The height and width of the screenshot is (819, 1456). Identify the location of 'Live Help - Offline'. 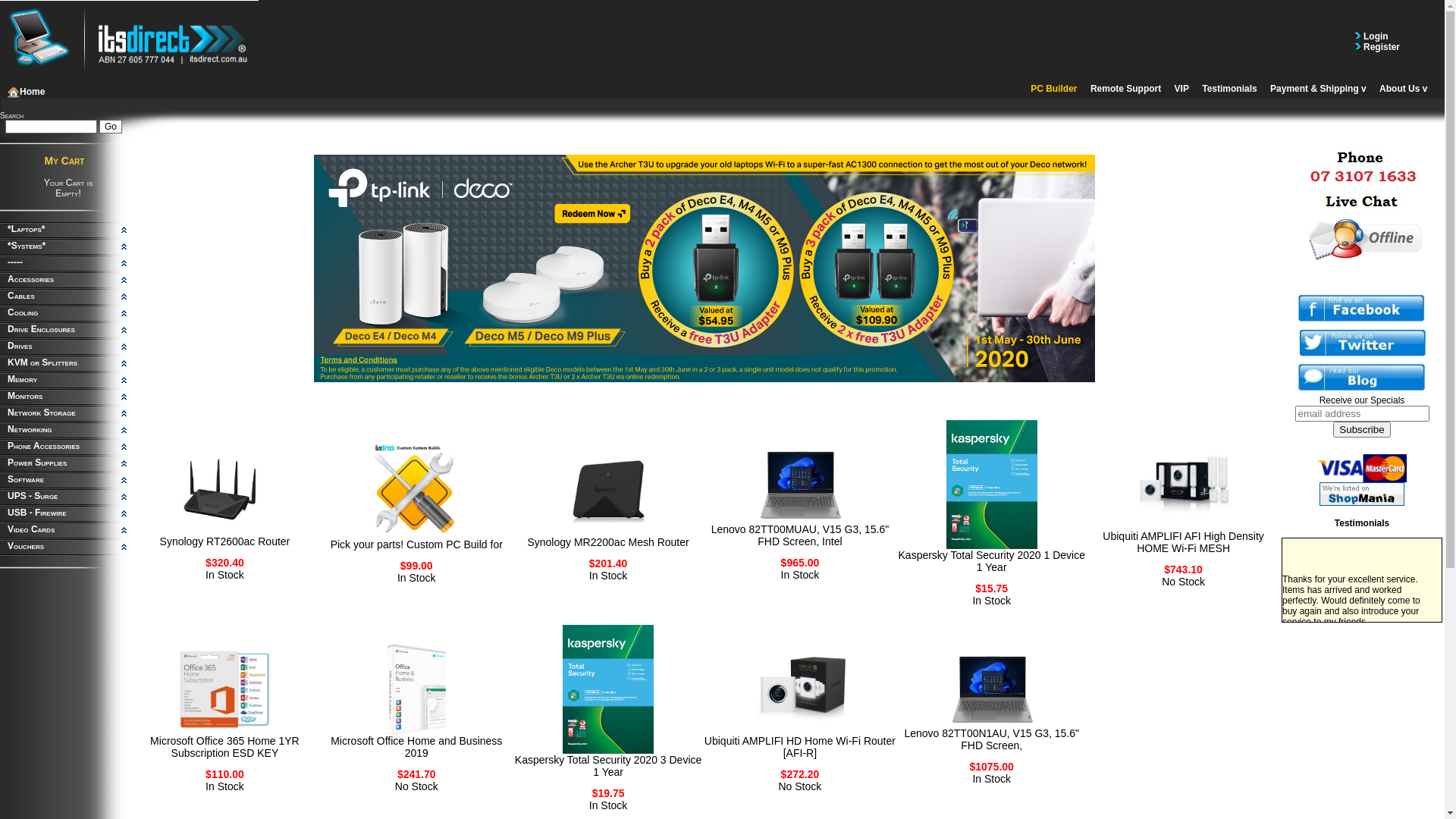
(1361, 237).